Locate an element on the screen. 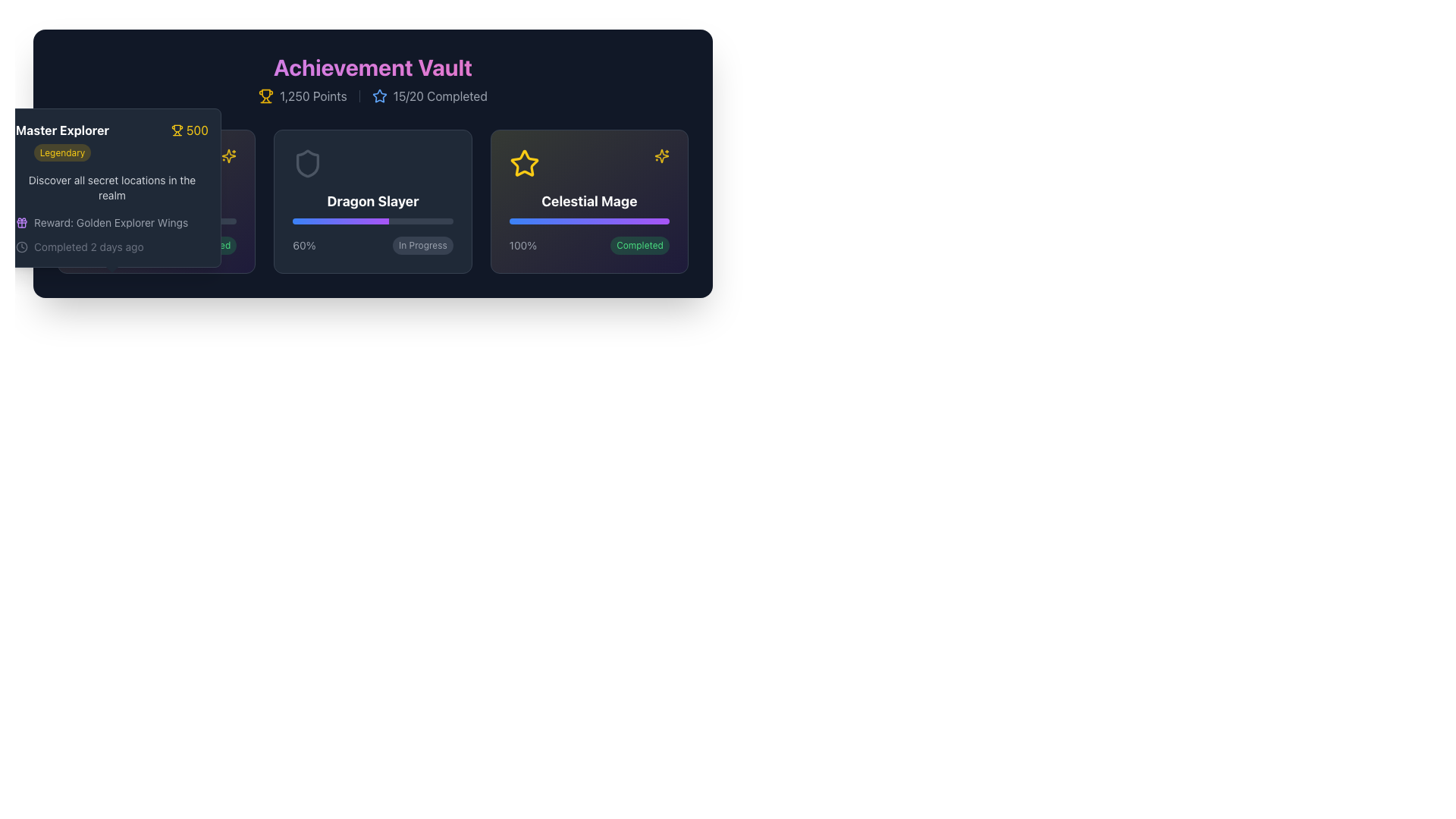  central circle of the clock icon located in the top-left segment of the 'Master Explorer' interface card is located at coordinates (21, 246).